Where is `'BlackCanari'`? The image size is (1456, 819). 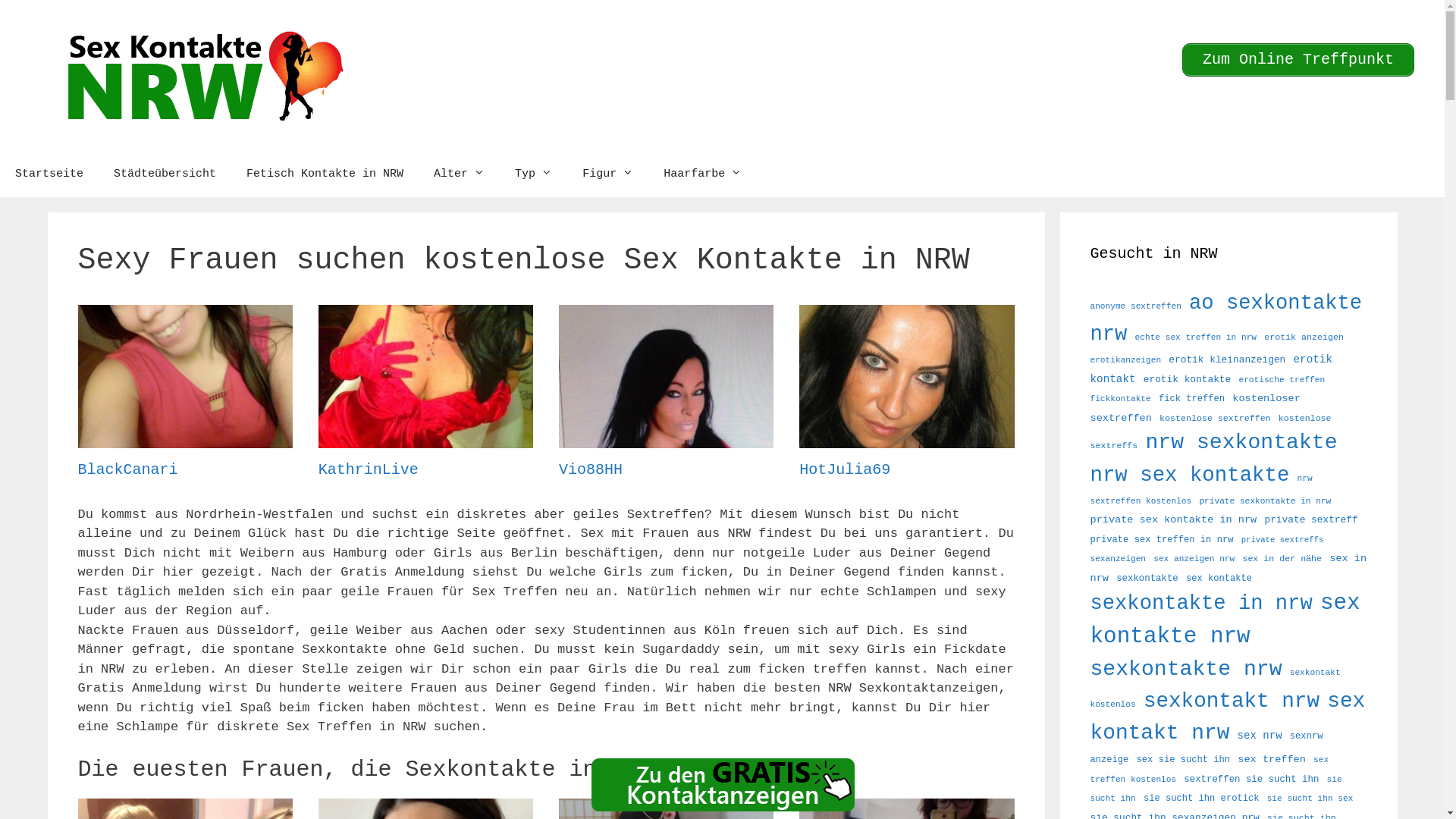 'BlackCanari' is located at coordinates (76, 469).